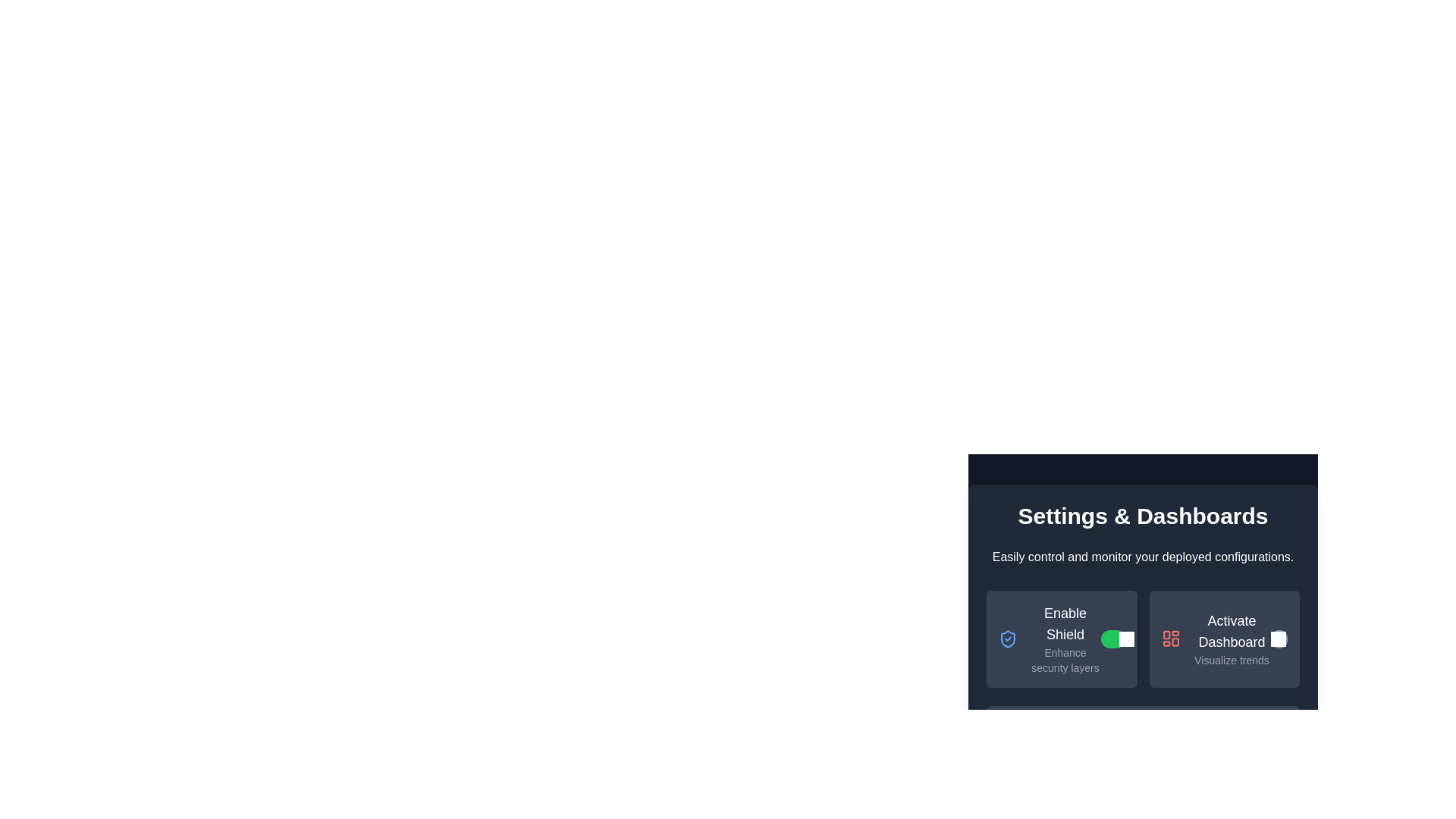 This screenshot has height=819, width=1456. Describe the element at coordinates (1065, 660) in the screenshot. I see `the informational text located below the 'Enable Shield' title in the left-side box of the two horizontal panels under the 'Settings & Dashboards' section` at that location.